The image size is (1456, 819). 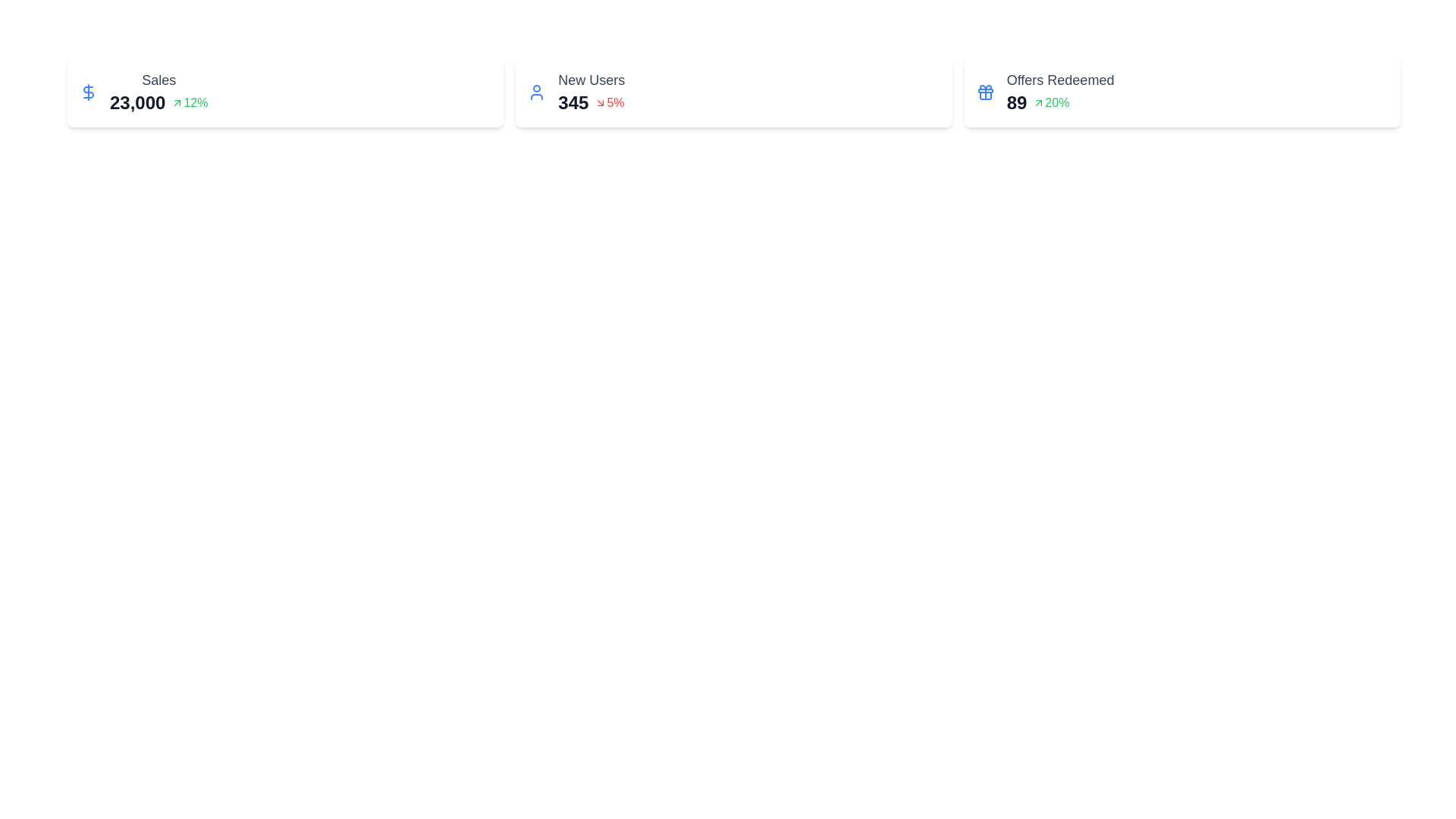 What do you see at coordinates (615, 102) in the screenshot?
I see `the text label indicating a percentage value, which is located on the right side of a small arrow icon in the 'New Users' section` at bounding box center [615, 102].